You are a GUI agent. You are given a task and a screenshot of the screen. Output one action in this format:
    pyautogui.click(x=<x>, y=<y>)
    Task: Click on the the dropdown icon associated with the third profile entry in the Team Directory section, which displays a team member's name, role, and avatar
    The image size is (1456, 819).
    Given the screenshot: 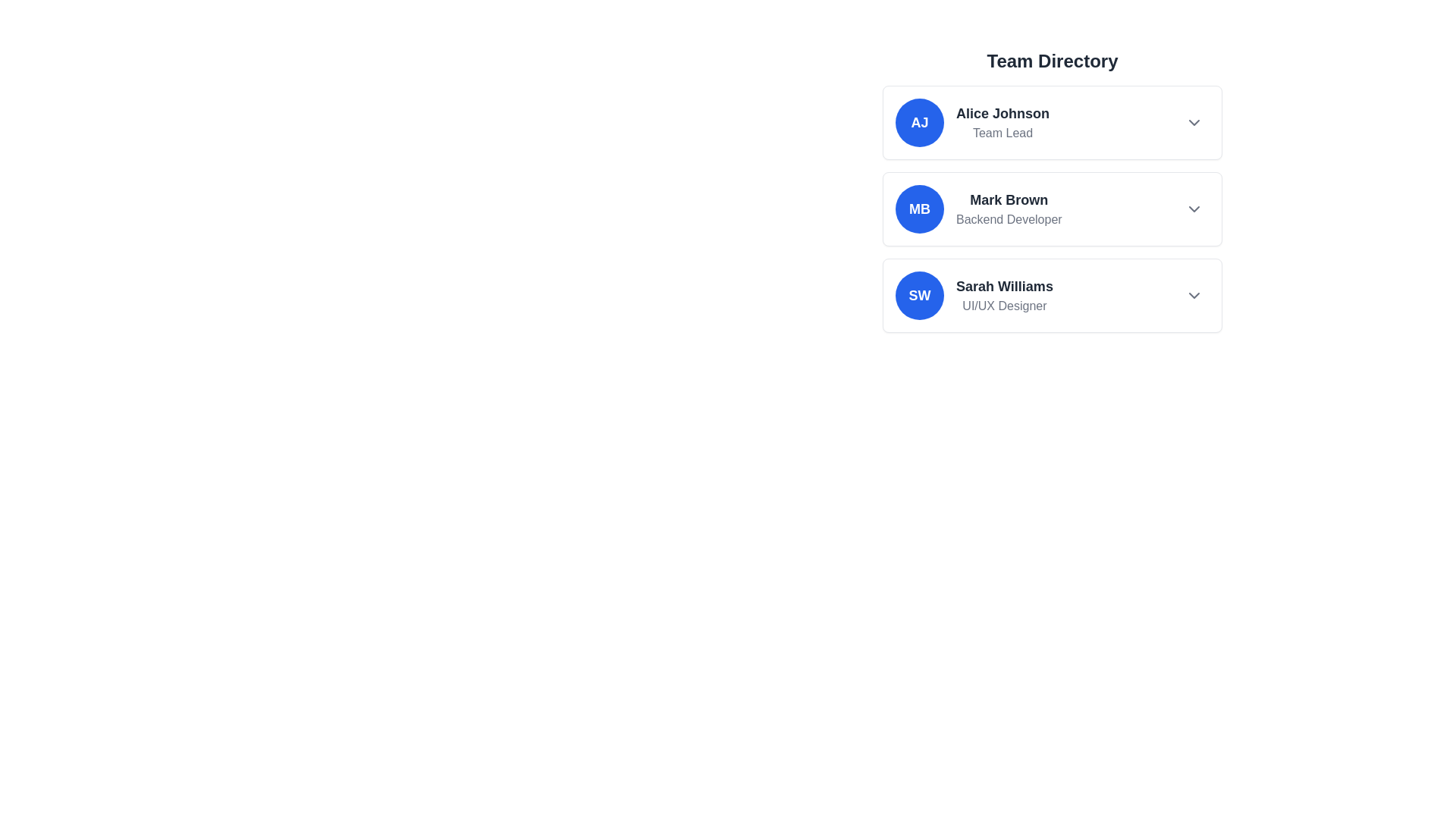 What is the action you would take?
    pyautogui.click(x=974, y=295)
    